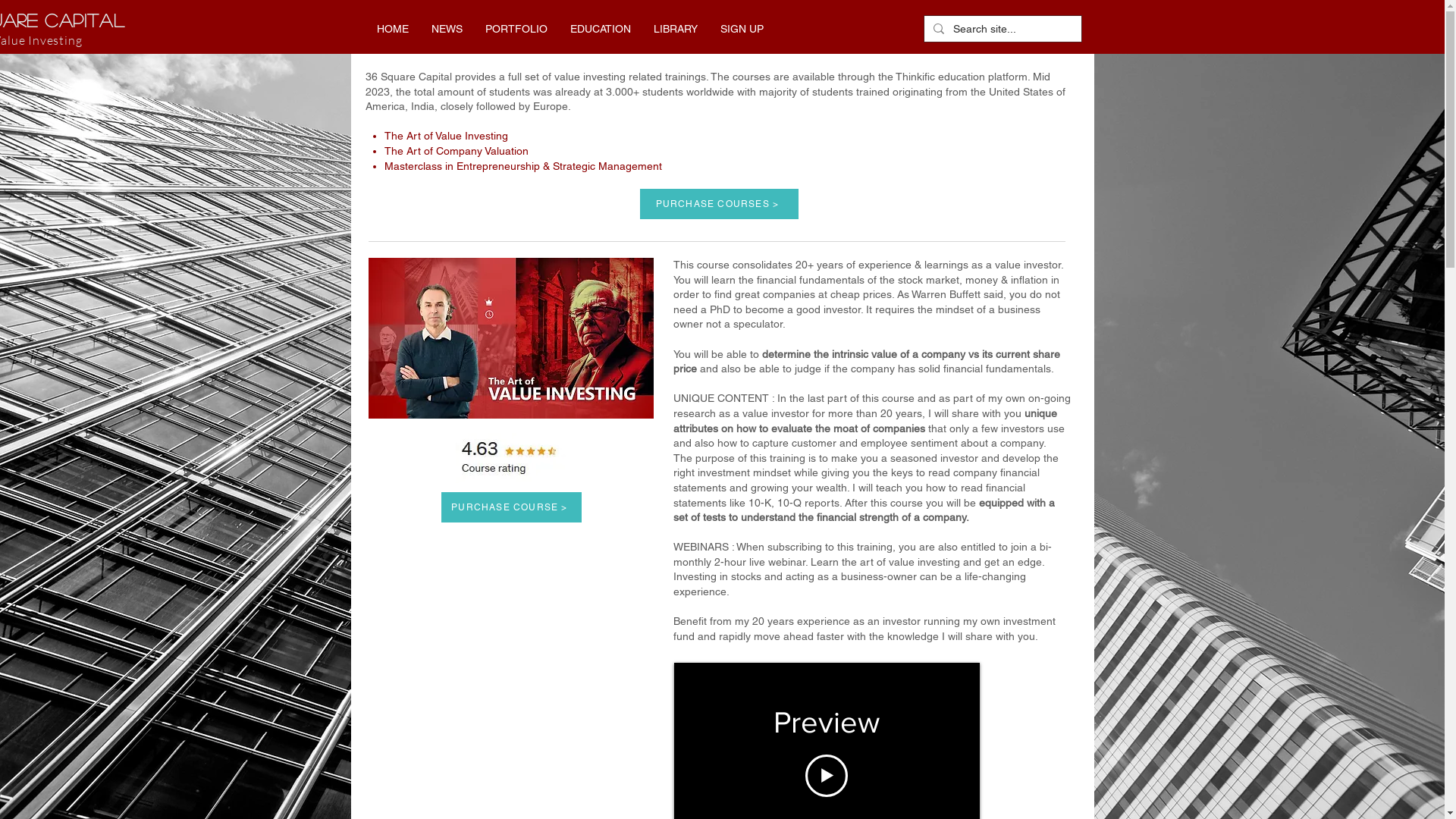 The image size is (1456, 819). I want to click on 'The Art of Company Valuation', so click(455, 151).